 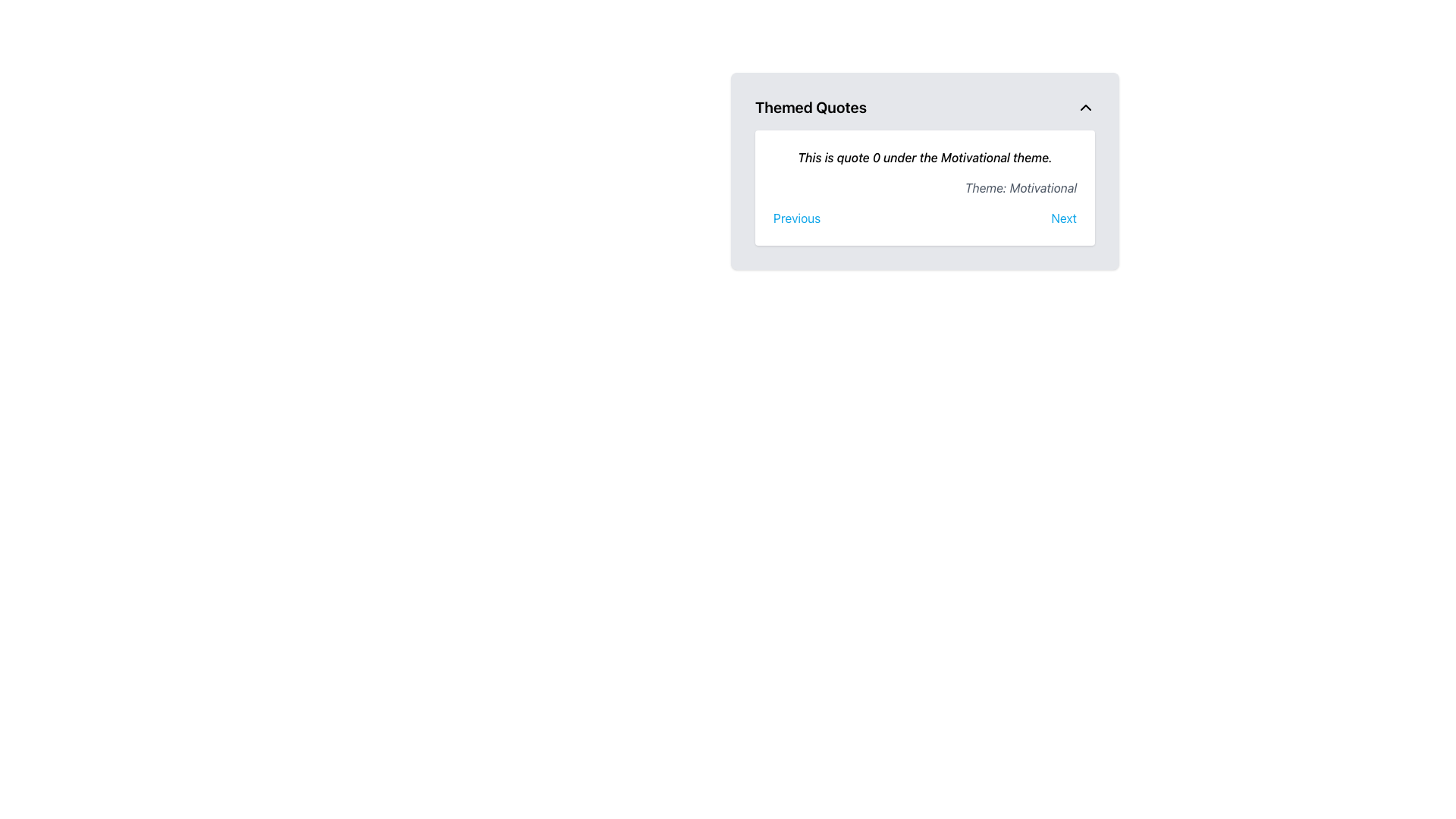 I want to click on the Header text located at the top left of the card, indicating the subject matter of the content below, so click(x=810, y=107).